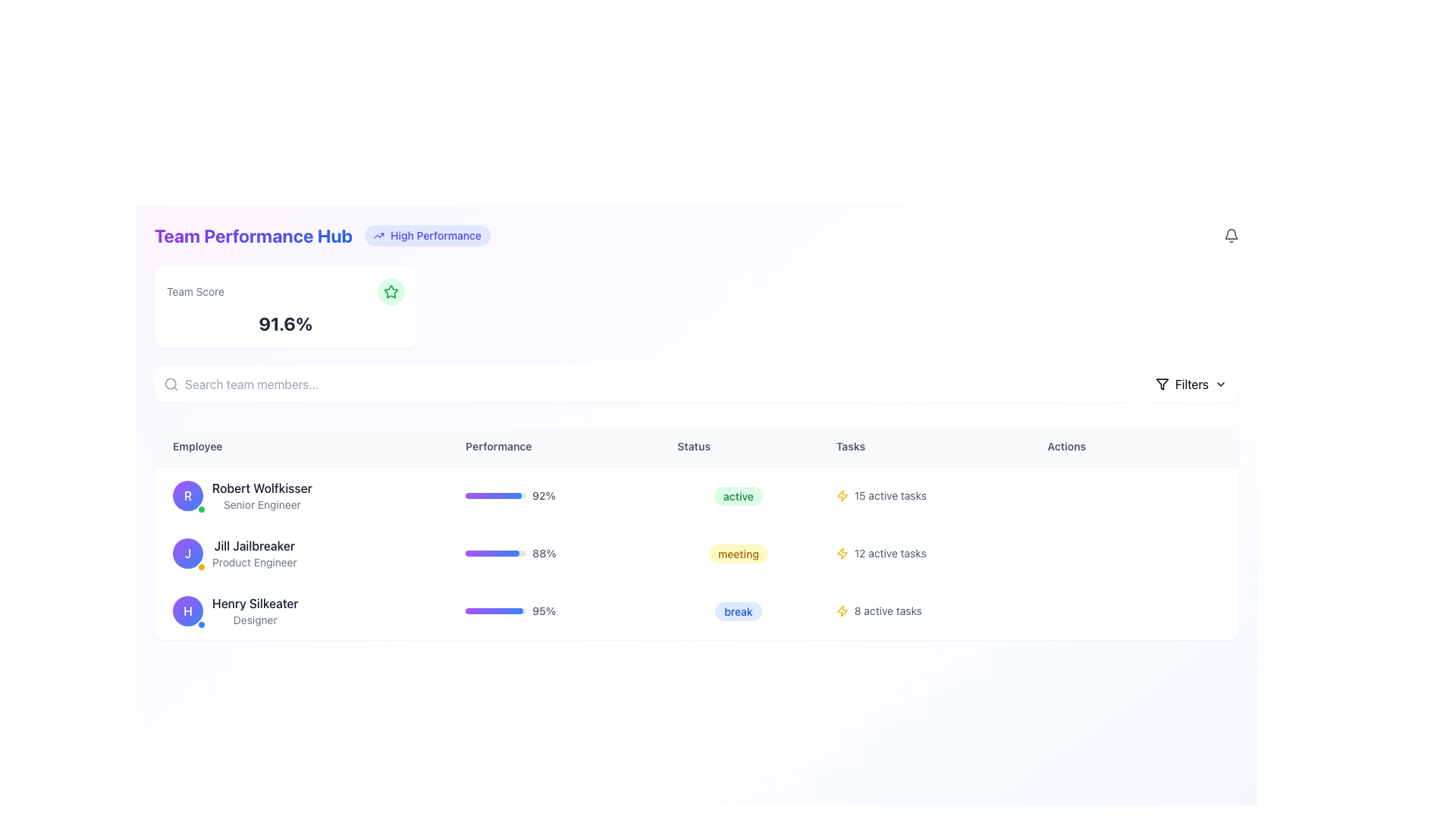 This screenshot has height=819, width=1456. What do you see at coordinates (841, 496) in the screenshot?
I see `the lightning bolt icon in the 'Tasks' column for 'Henry Silkeater', which is styled in yellow and located next to the active tasks text` at bounding box center [841, 496].